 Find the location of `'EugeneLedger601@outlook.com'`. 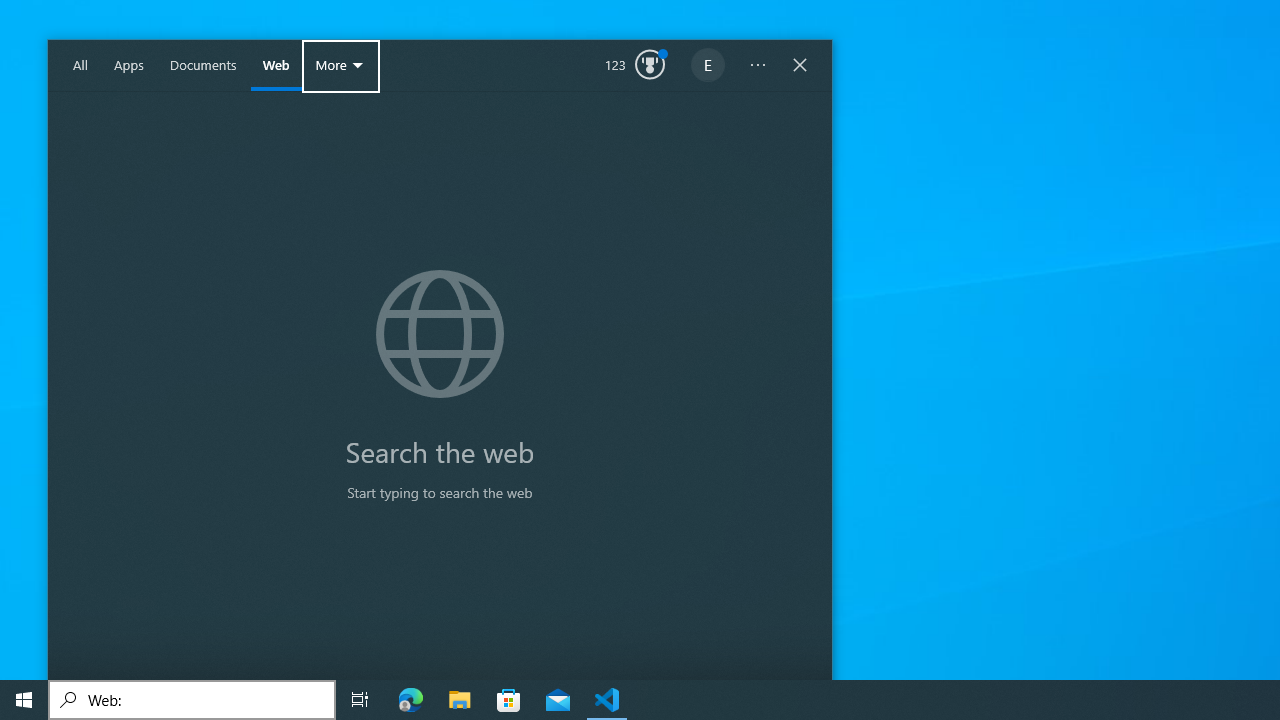

'EugeneLedger601@outlook.com' is located at coordinates (707, 65).